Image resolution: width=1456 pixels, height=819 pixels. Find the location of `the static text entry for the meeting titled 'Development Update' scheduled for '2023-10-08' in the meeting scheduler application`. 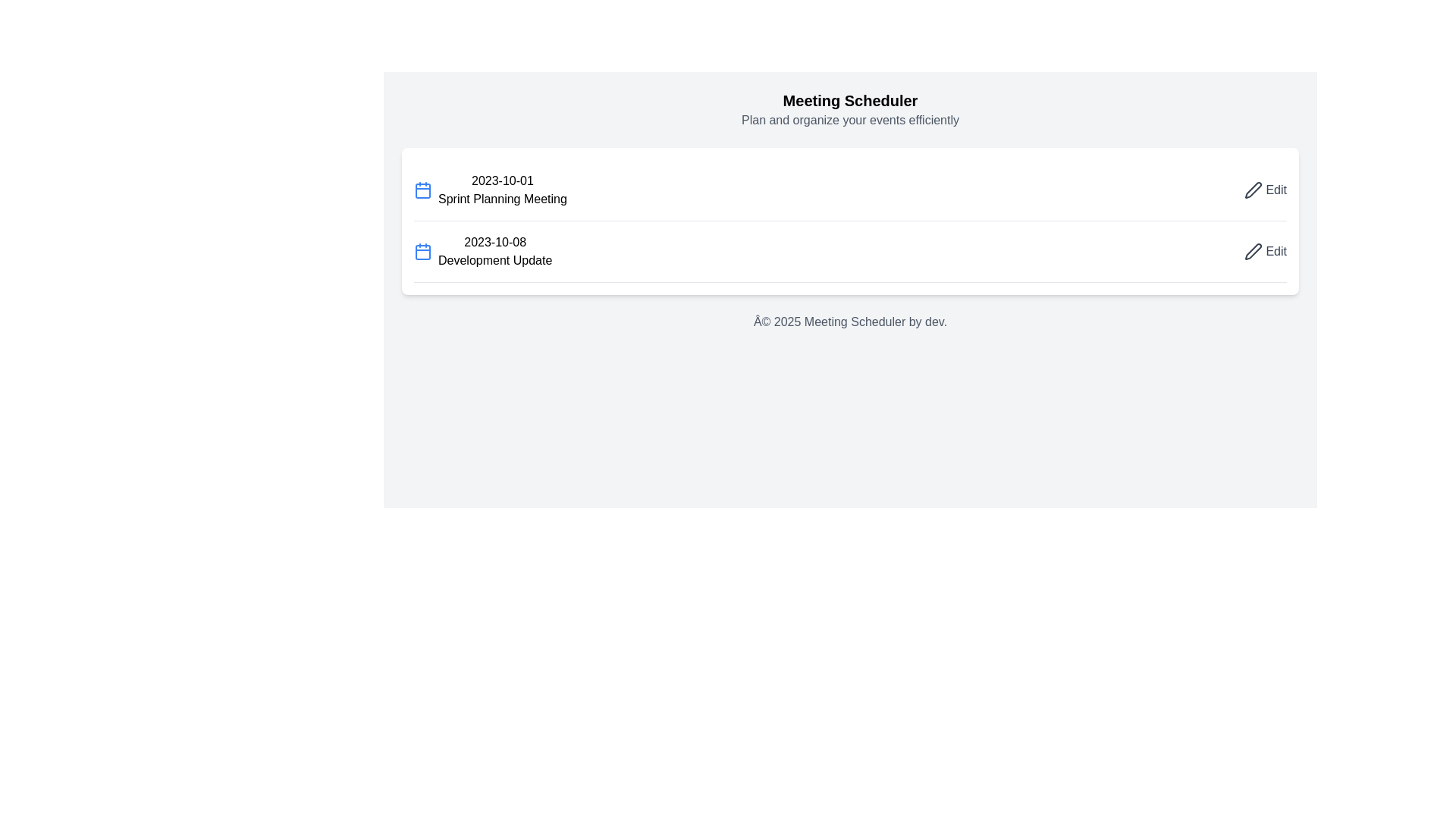

the static text entry for the meeting titled 'Development Update' scheduled for '2023-10-08' in the meeting scheduler application is located at coordinates (495, 250).